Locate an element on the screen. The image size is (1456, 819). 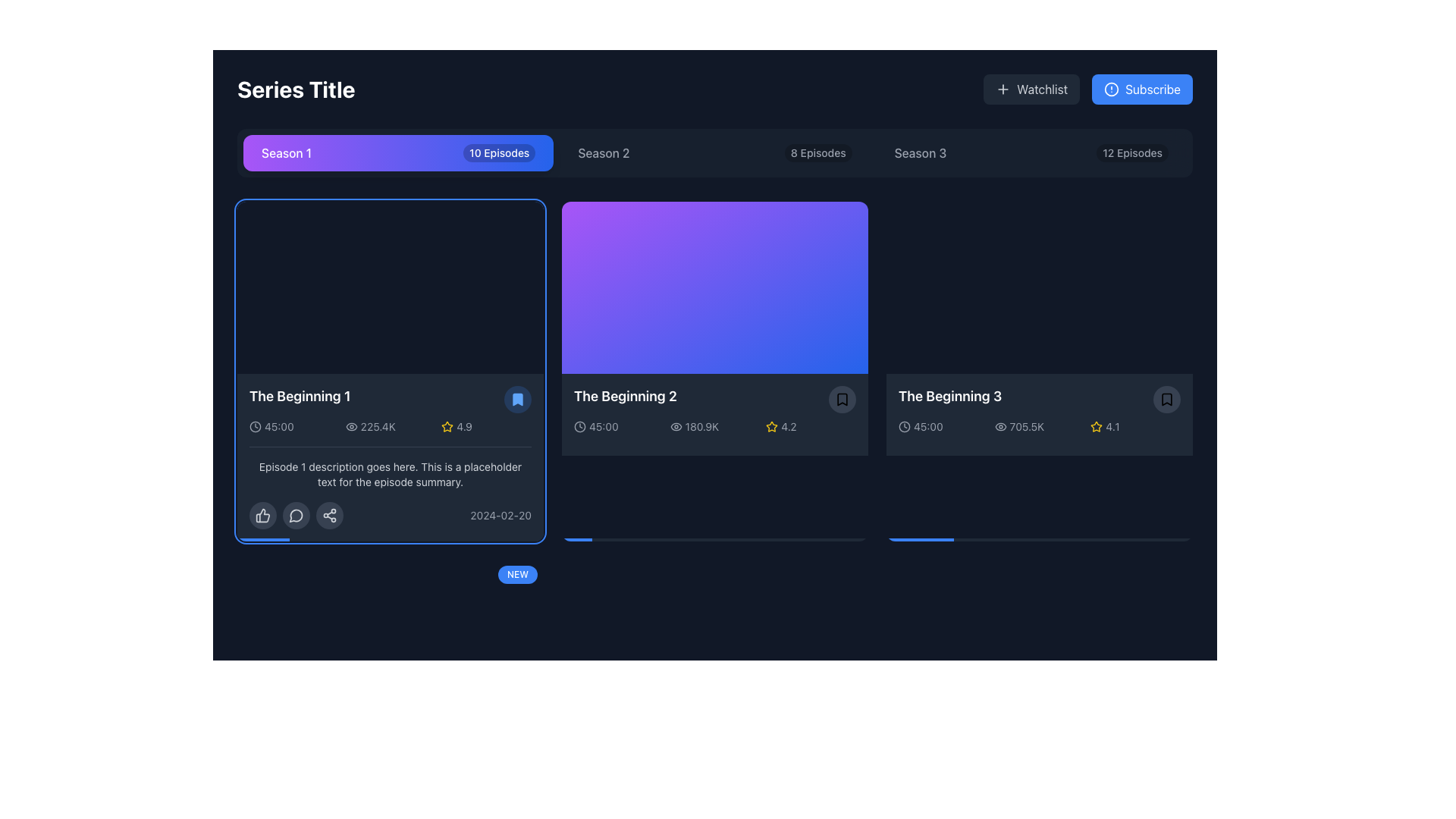
time duration ('45:00'), viewer count ('225.4K'), and rating ('4.9') from the informational group located in the leftmost card of 'The Beginning 1' series overview section is located at coordinates (390, 427).